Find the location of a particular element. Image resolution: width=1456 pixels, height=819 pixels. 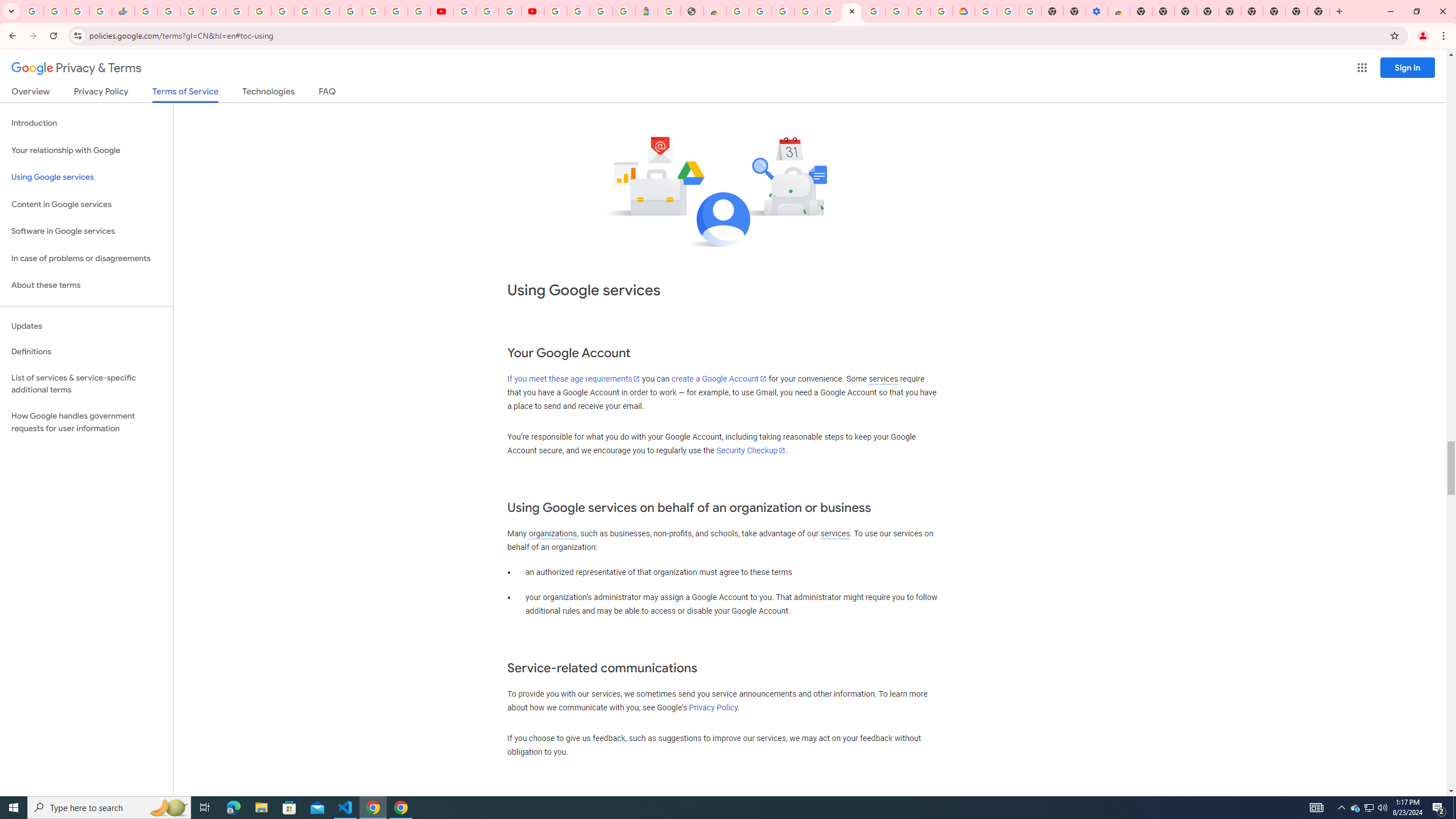

'New Tab' is located at coordinates (1319, 11).